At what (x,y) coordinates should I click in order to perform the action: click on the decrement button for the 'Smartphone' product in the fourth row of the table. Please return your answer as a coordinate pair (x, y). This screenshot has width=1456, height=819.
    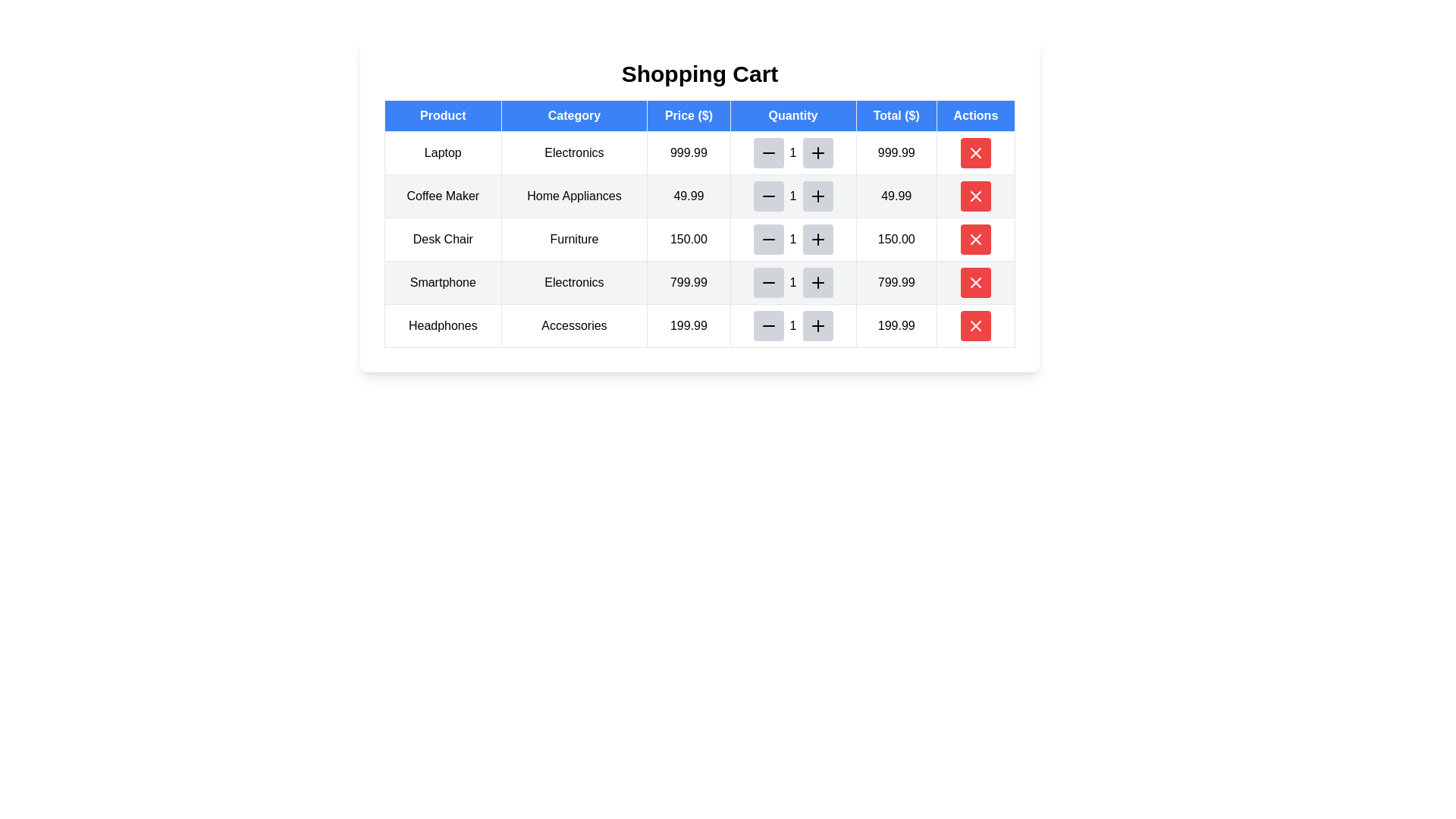
    Looking at the image, I should click on (768, 283).